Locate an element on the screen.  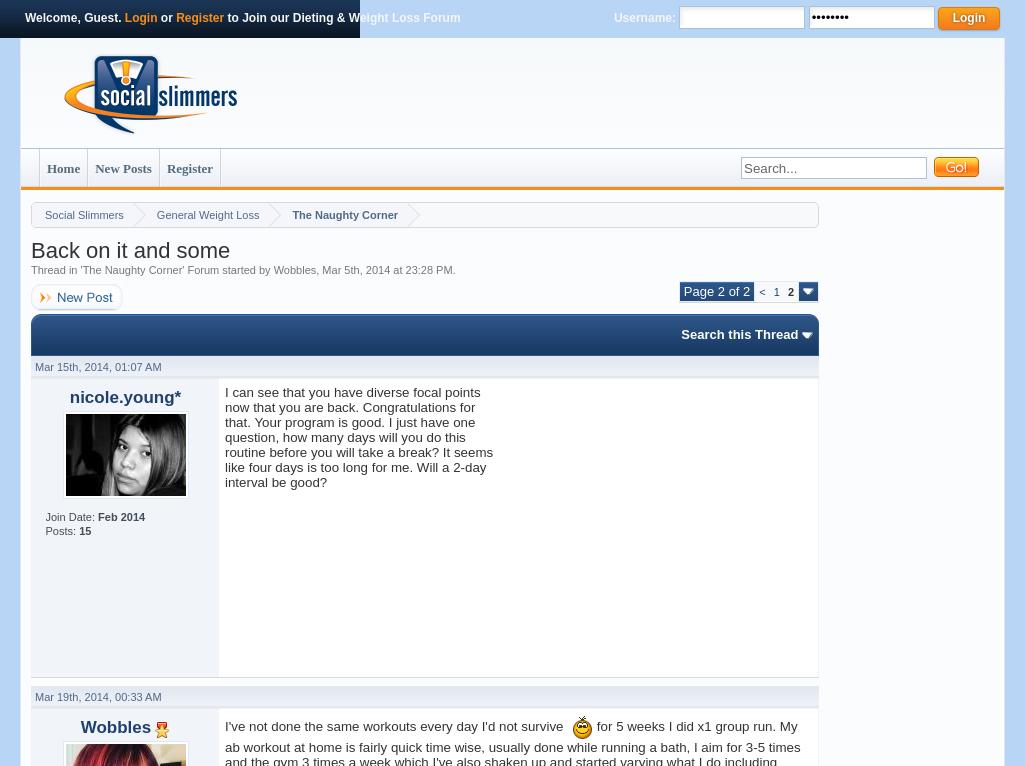
'I've not done the same workouts every day I'd not survive' is located at coordinates (395, 725).